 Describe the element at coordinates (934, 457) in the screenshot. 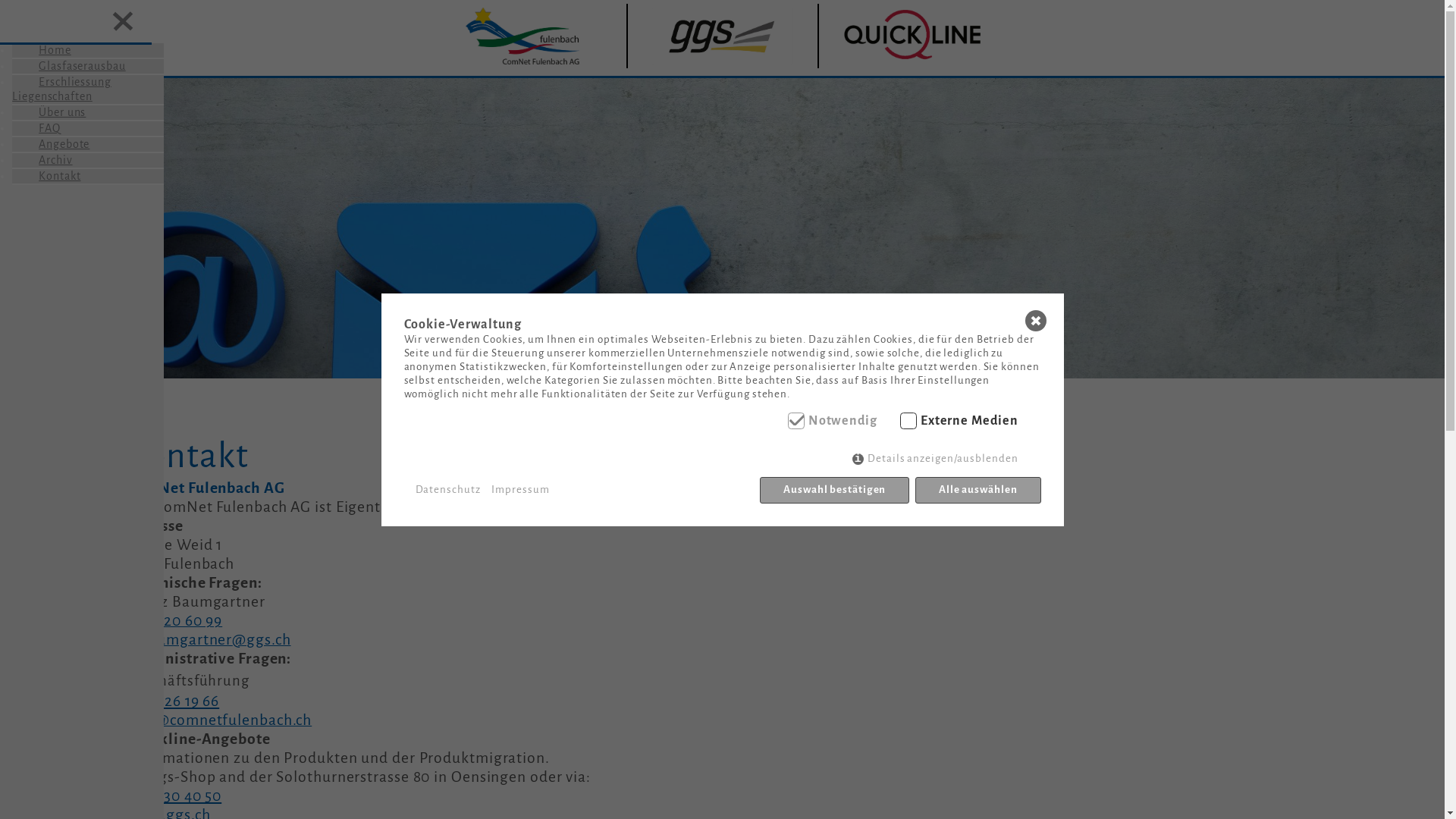

I see `'Details anzeigen/ausblenden'` at that location.